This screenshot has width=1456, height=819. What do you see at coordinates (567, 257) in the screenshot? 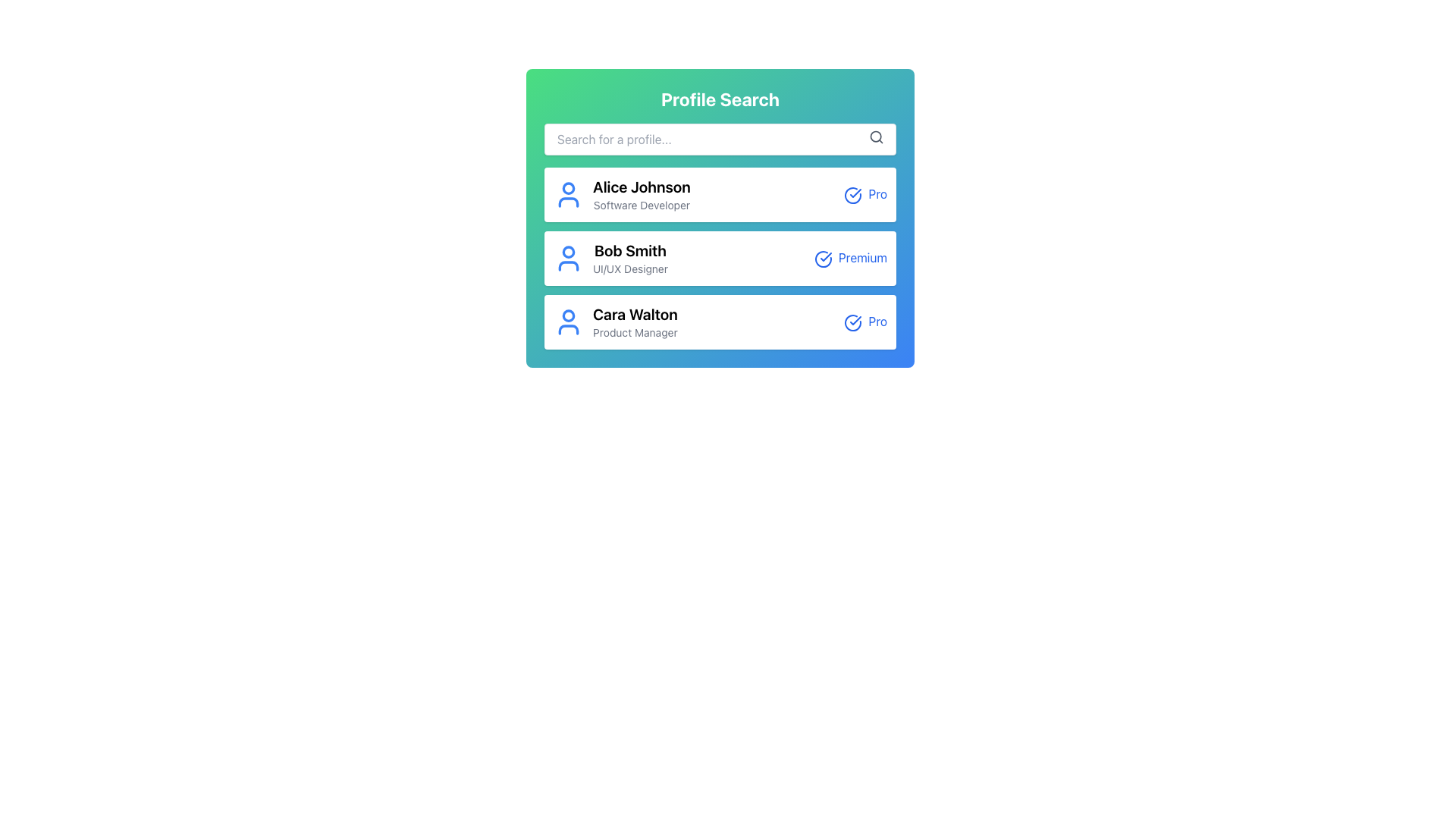
I see `the user profile icon, which is a blue outline of a head and shoulders, located beside the text 'Bob Smith' in the row labeled 'Bob Smith UI/UX Designer Premium'` at bounding box center [567, 257].